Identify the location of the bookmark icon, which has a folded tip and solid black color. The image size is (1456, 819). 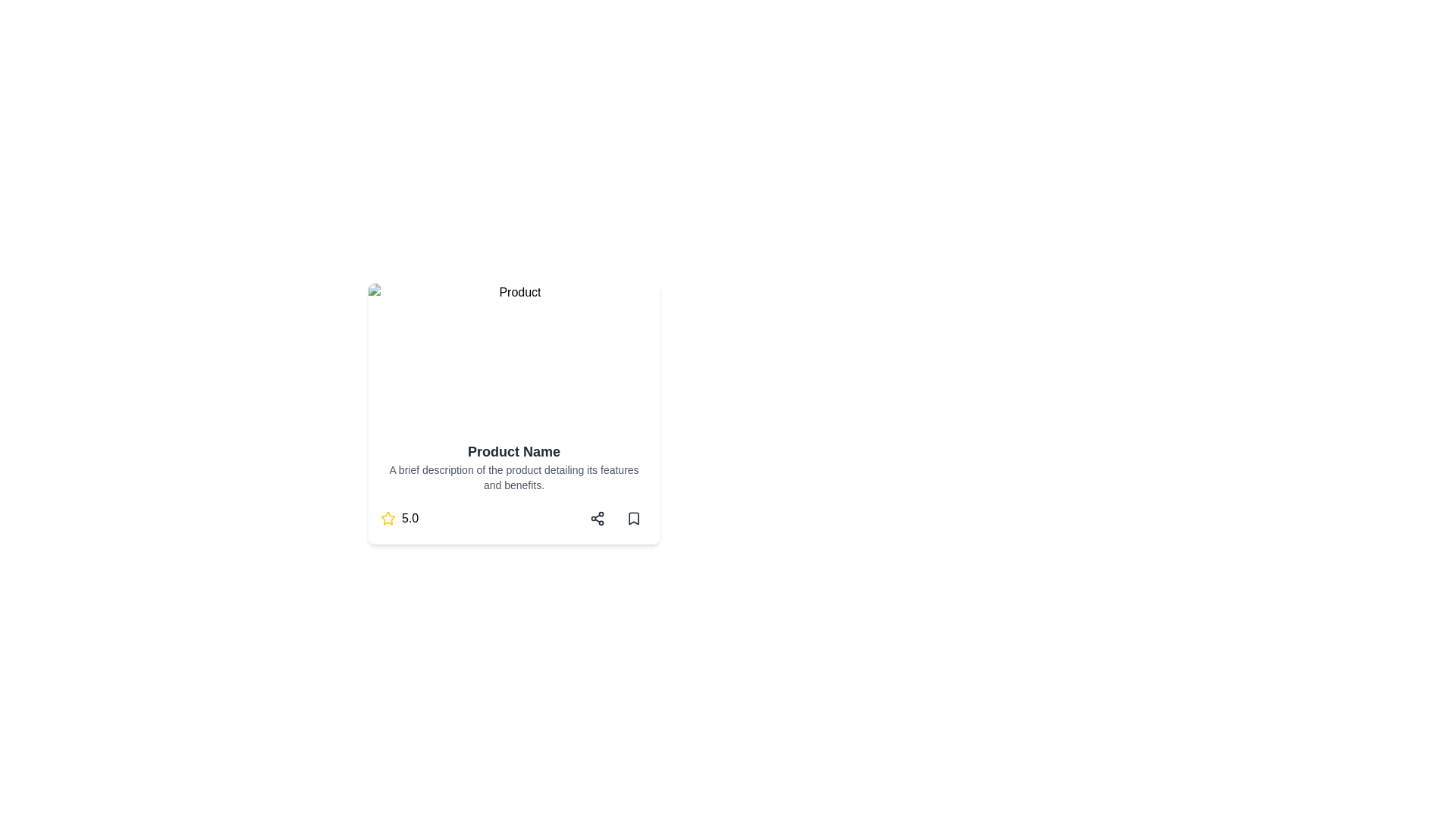
(633, 517).